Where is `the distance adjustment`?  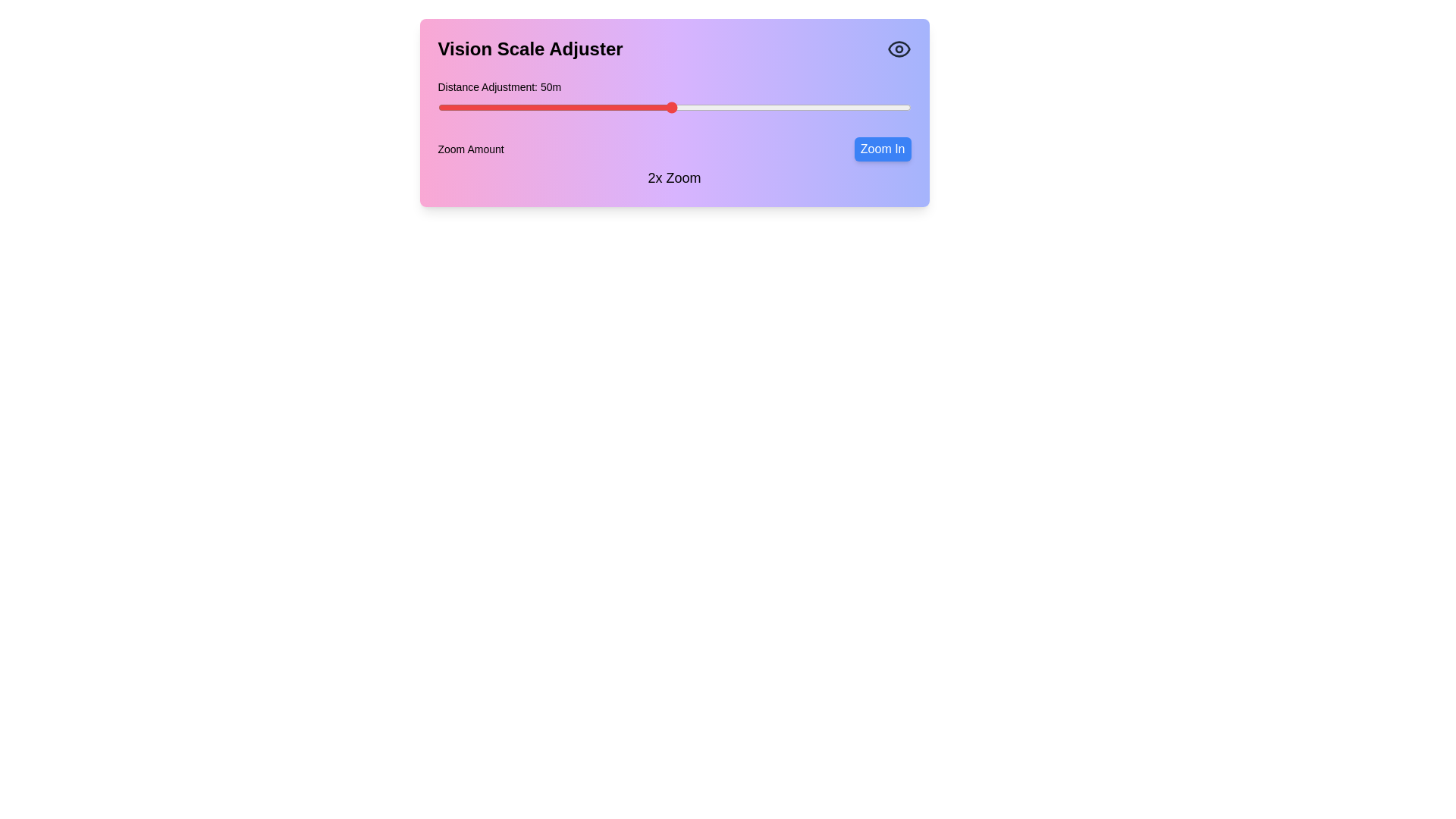
the distance adjustment is located at coordinates (814, 107).